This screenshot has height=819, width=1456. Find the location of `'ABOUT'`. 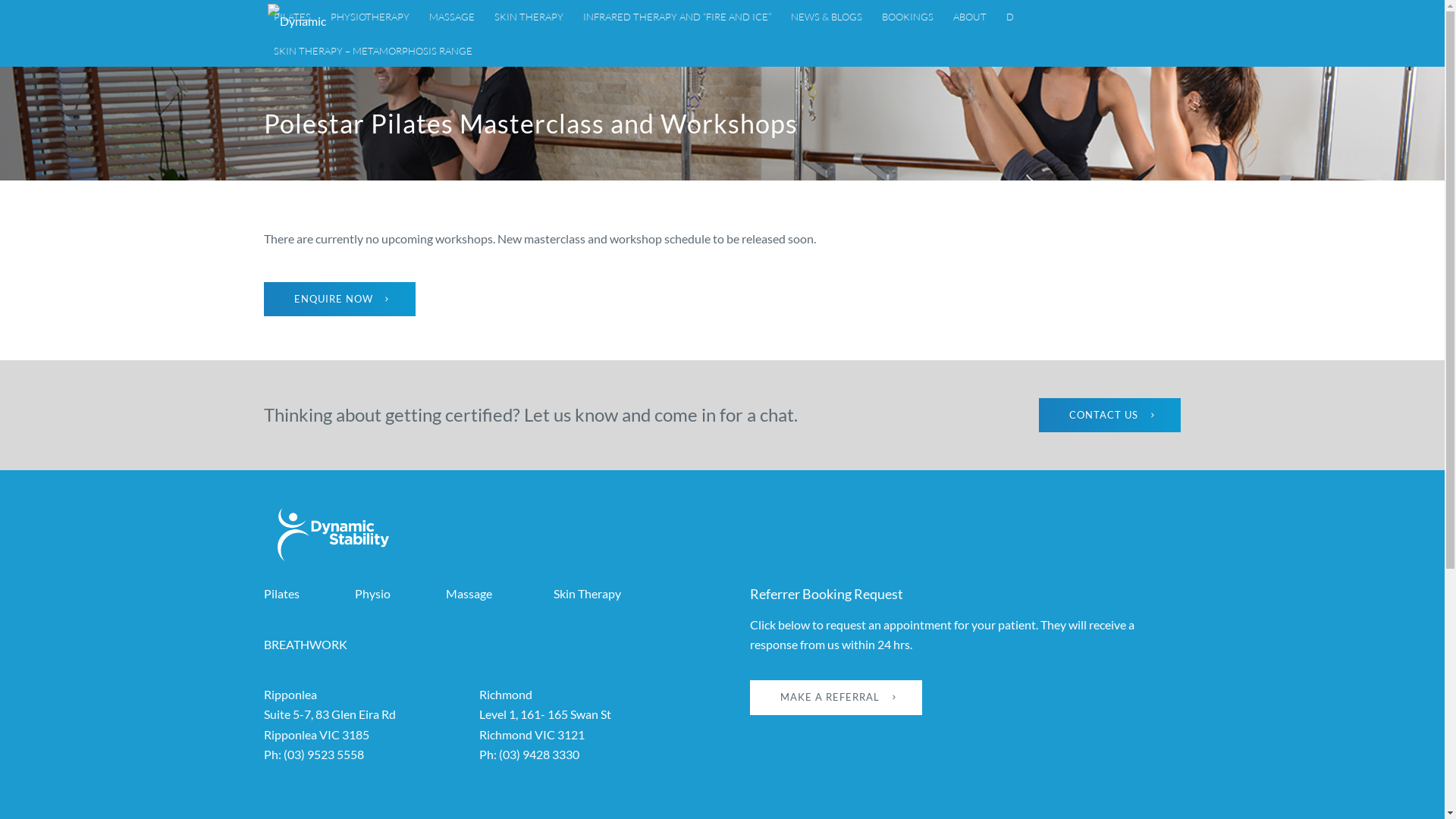

'ABOUT' is located at coordinates (968, 17).